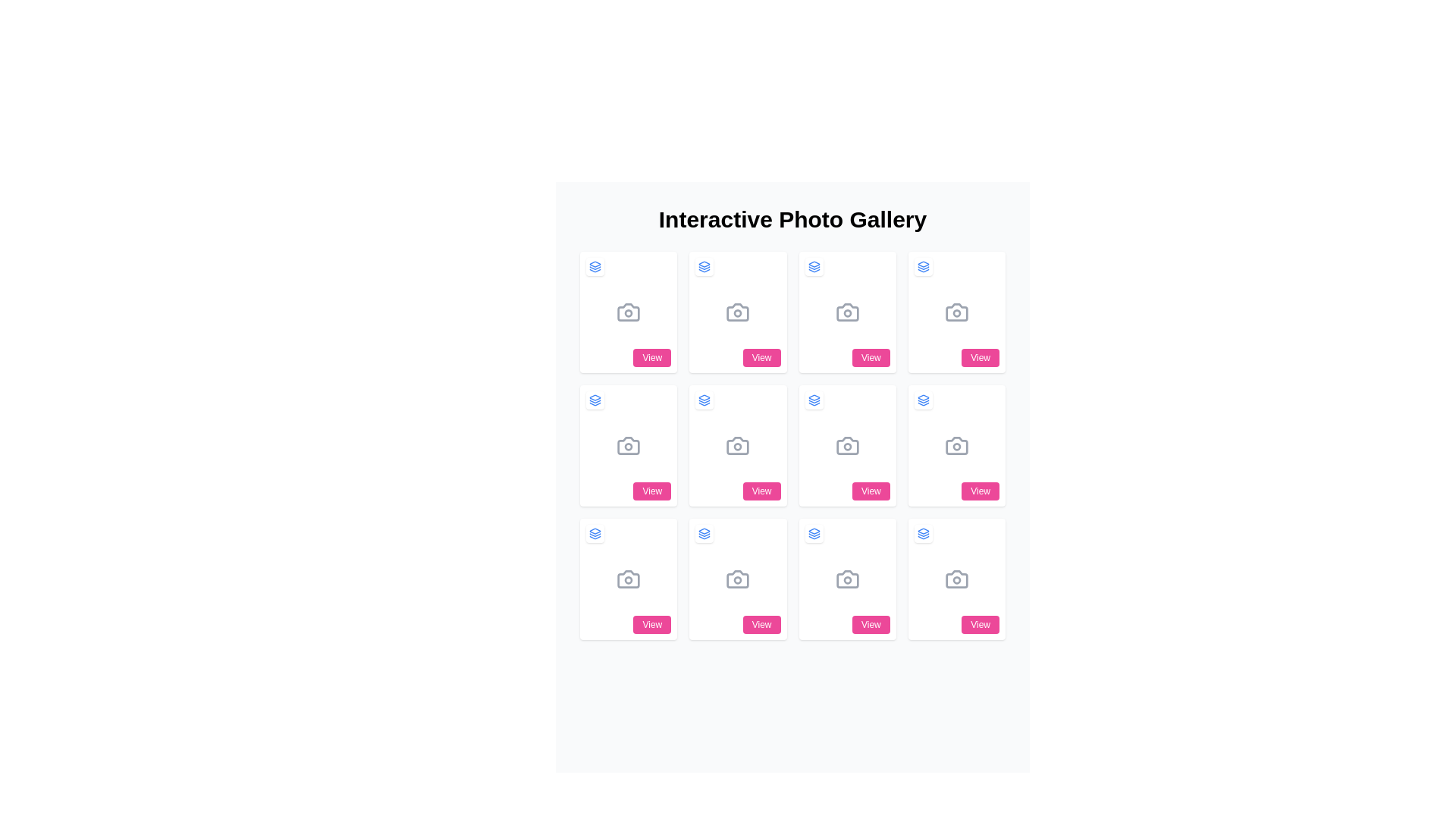  Describe the element at coordinates (629, 579) in the screenshot. I see `the Card with an interactive button, which features a pink 'View' button, a centered camera icon, and a small blue layered icon in the top-left corner` at that location.